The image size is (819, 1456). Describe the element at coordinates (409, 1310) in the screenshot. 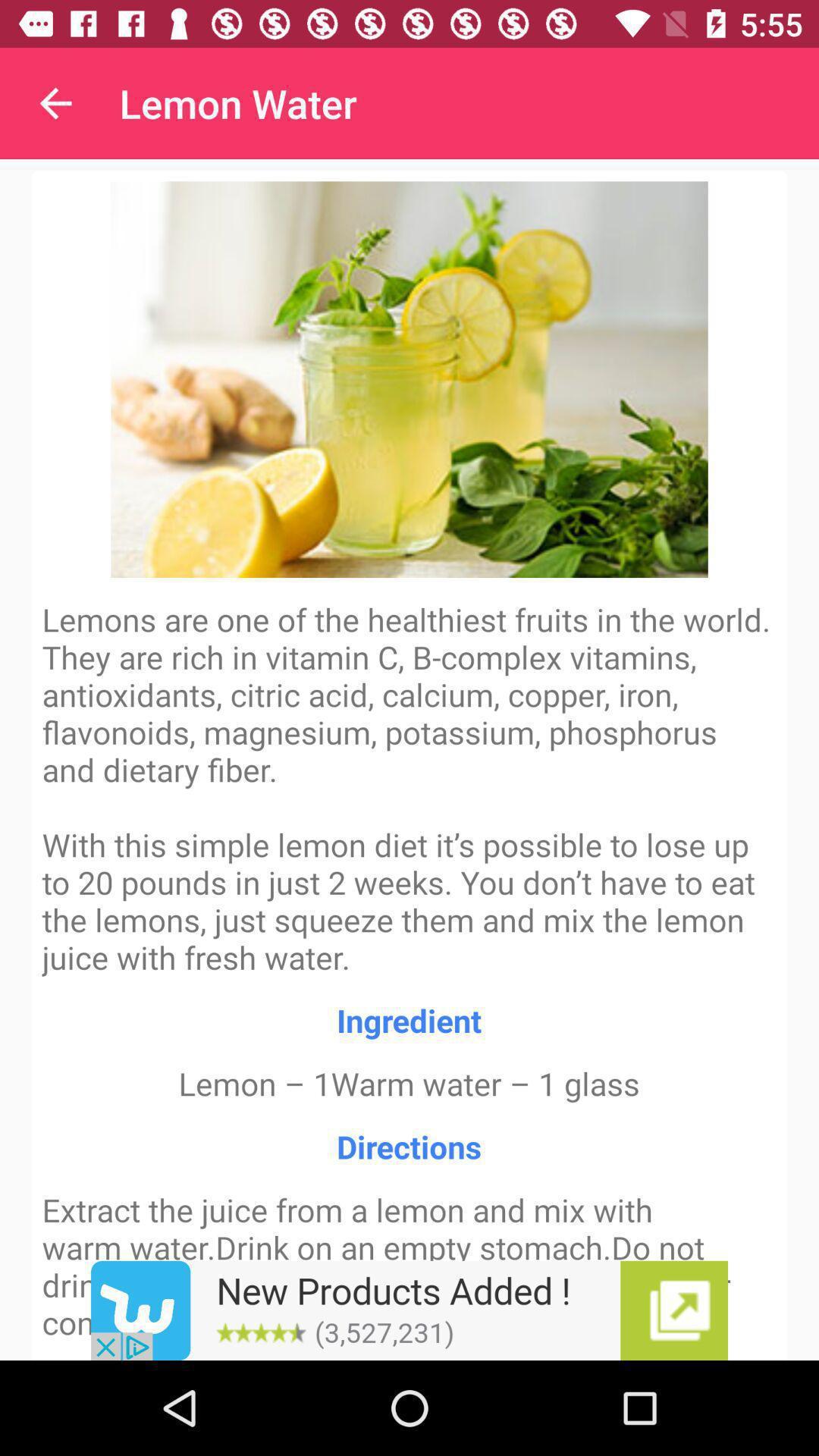

I see `advertisement` at that location.